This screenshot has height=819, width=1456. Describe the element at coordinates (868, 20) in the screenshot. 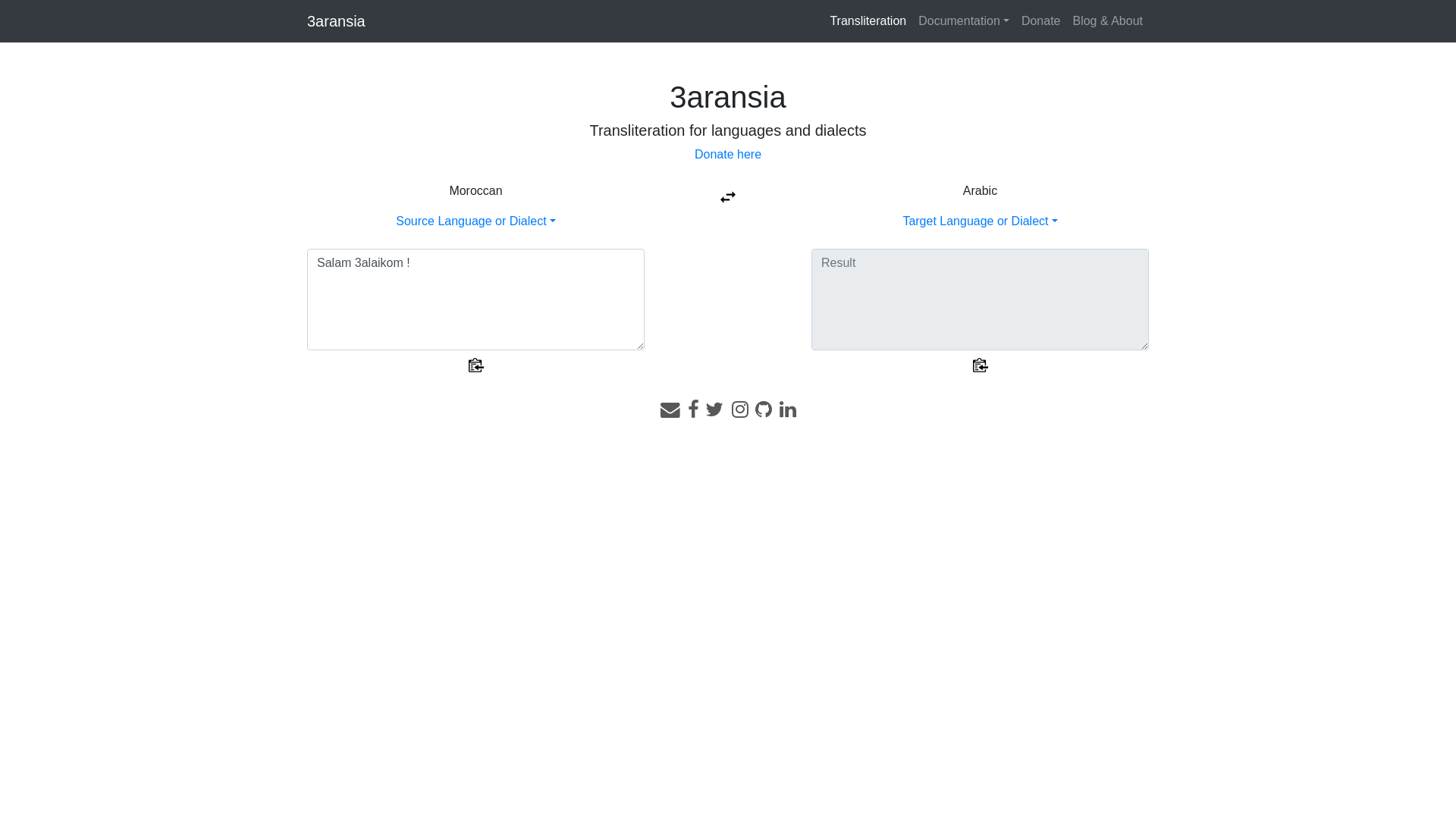

I see `'Transliteration'` at that location.